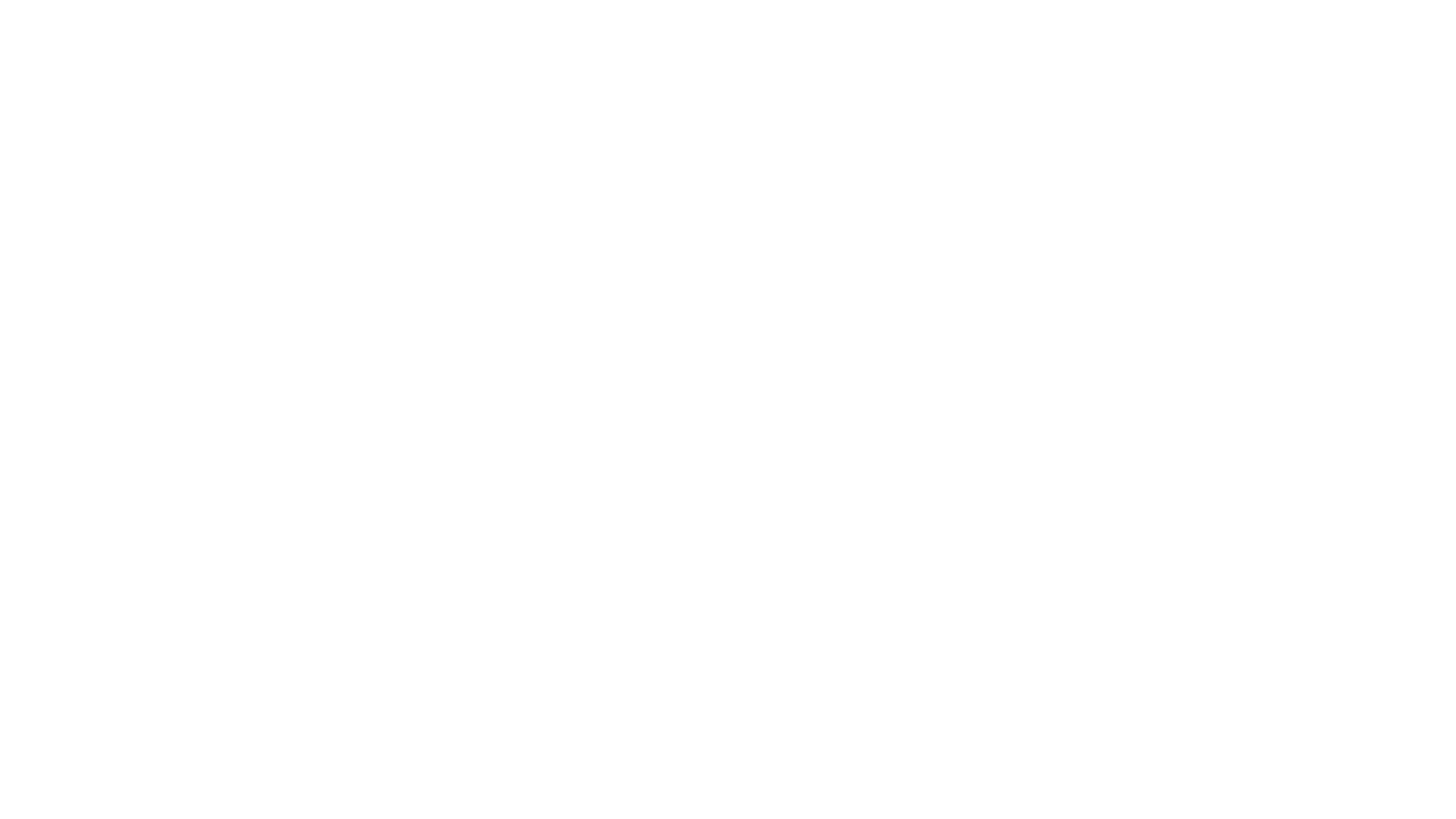  I want to click on People Operations, so click(224, 17).